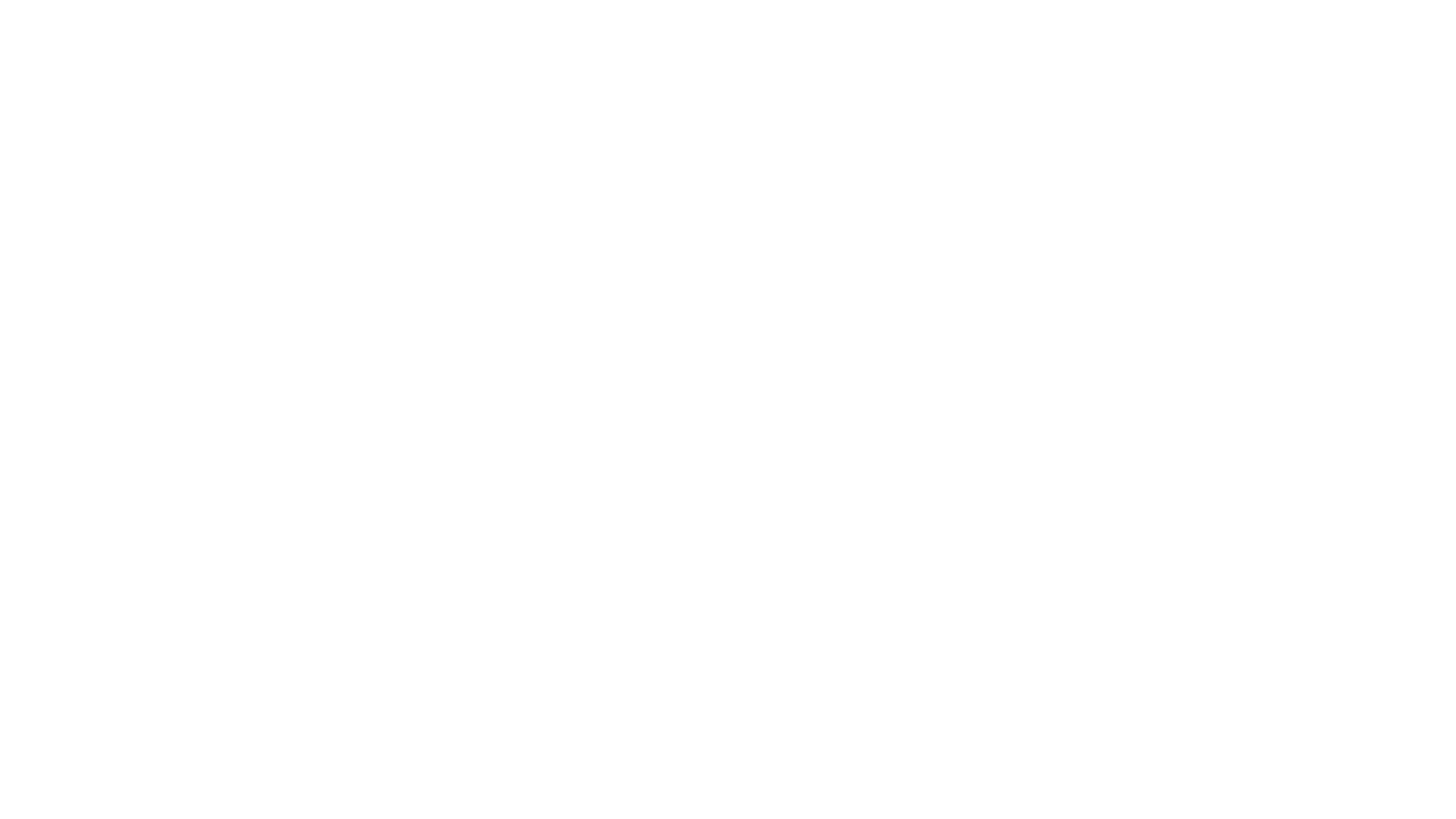  I want to click on People Operations, so click(224, 17).